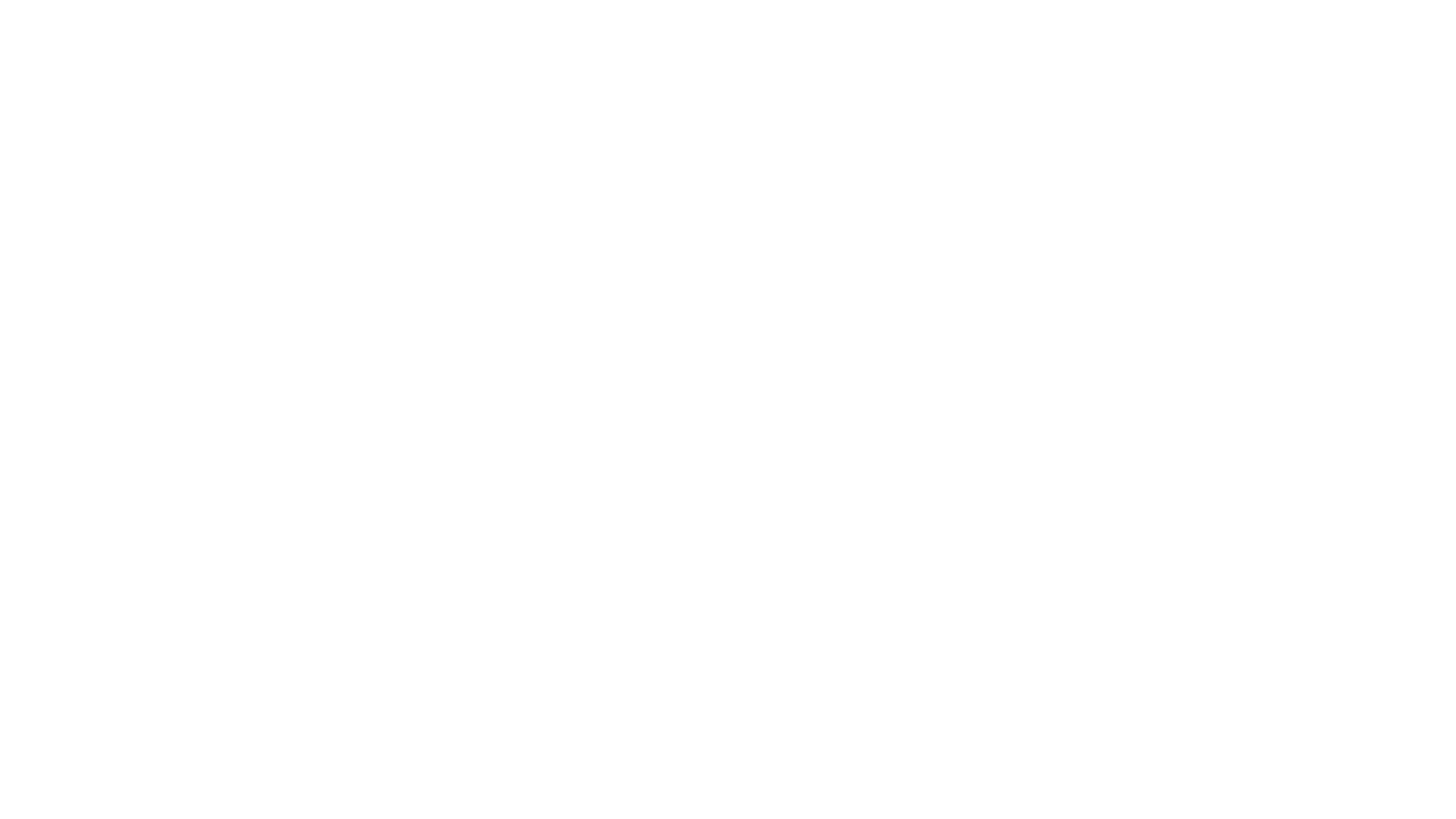  I want to click on People Operations, so click(224, 17).